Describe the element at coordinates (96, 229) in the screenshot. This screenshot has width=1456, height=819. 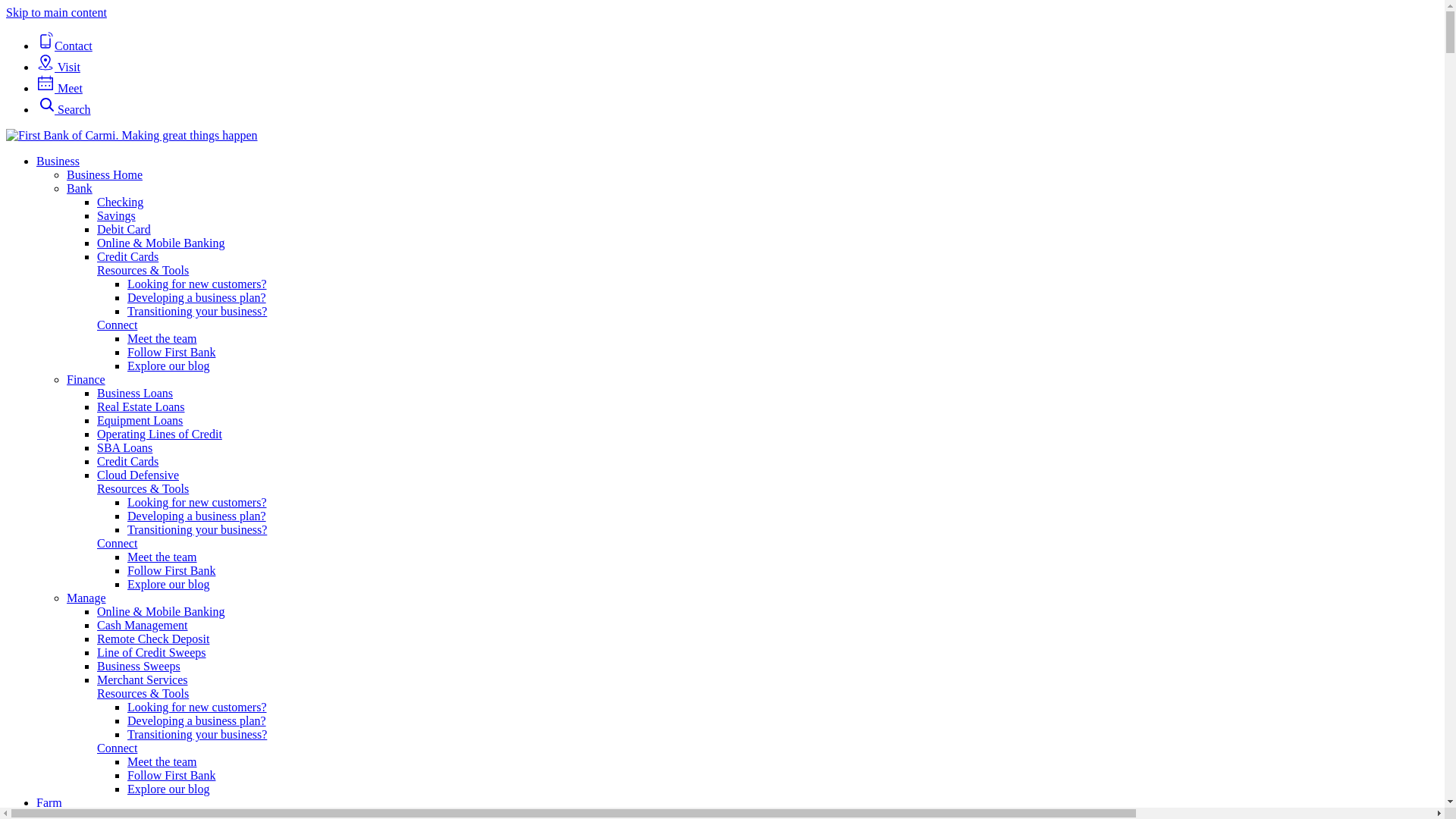
I see `'Debit Card'` at that location.